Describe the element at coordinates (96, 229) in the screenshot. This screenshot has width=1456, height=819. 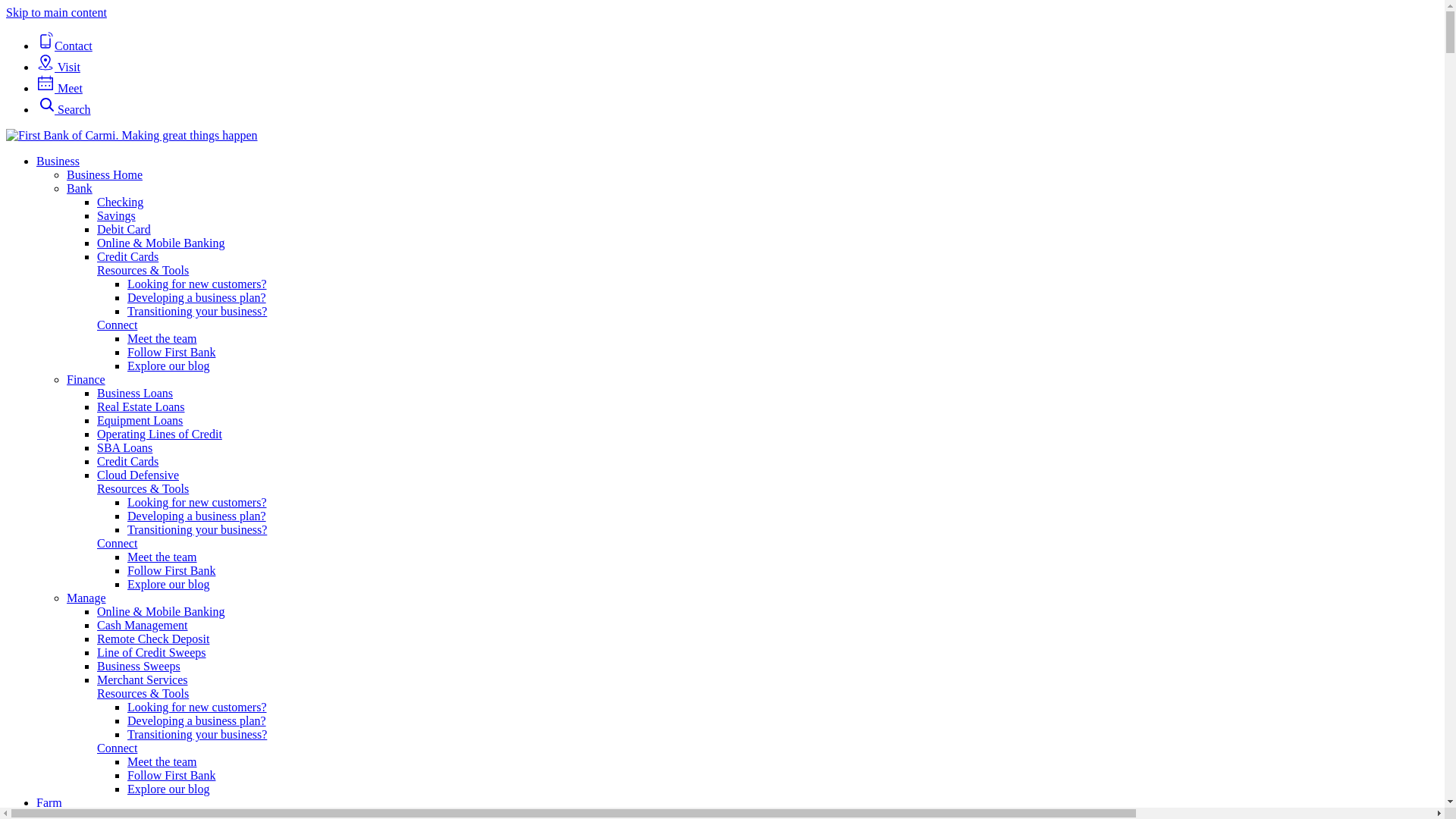
I see `'Debit Card'` at that location.